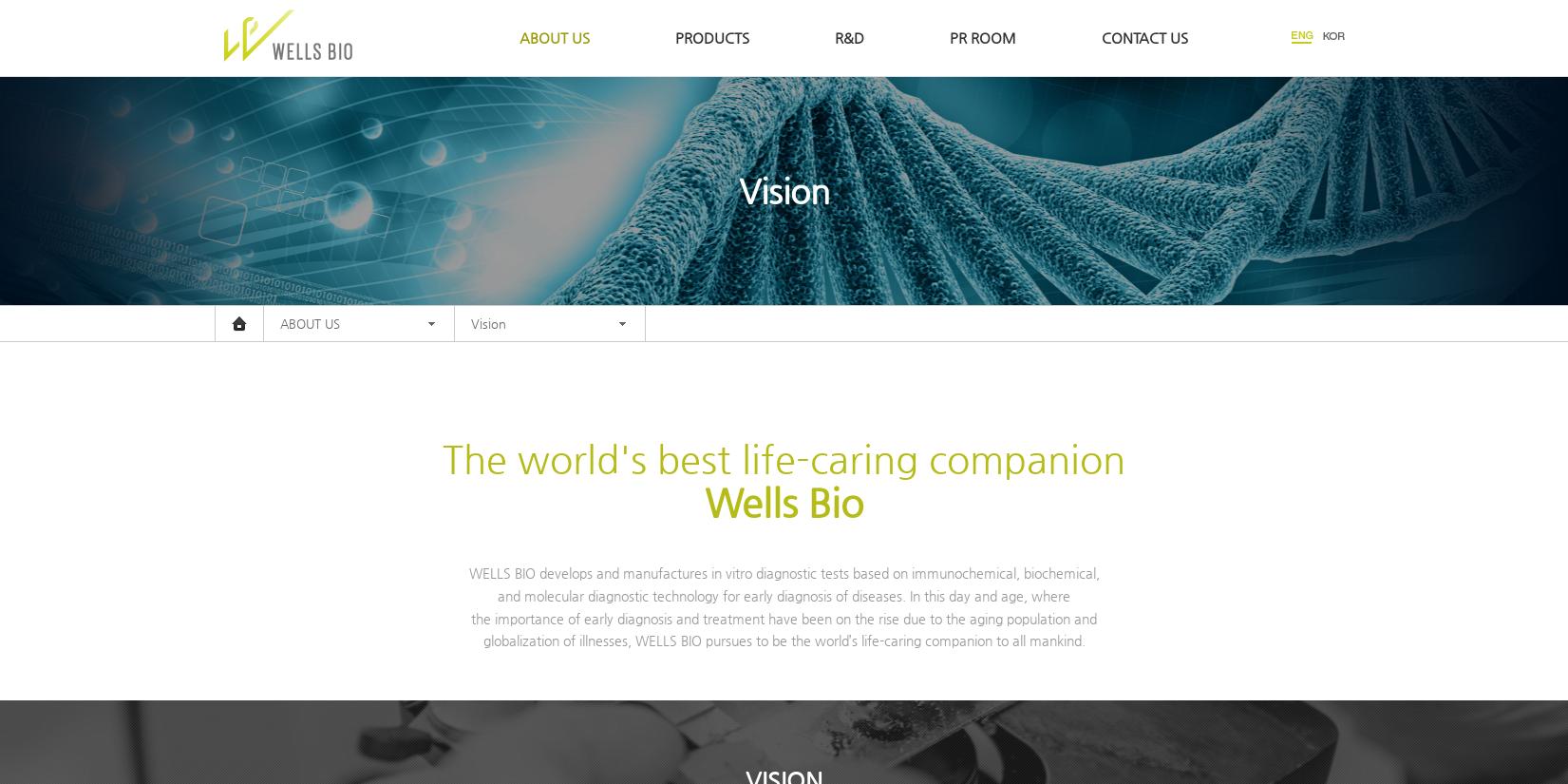  What do you see at coordinates (1143, 37) in the screenshot?
I see `'CONTACT US'` at bounding box center [1143, 37].